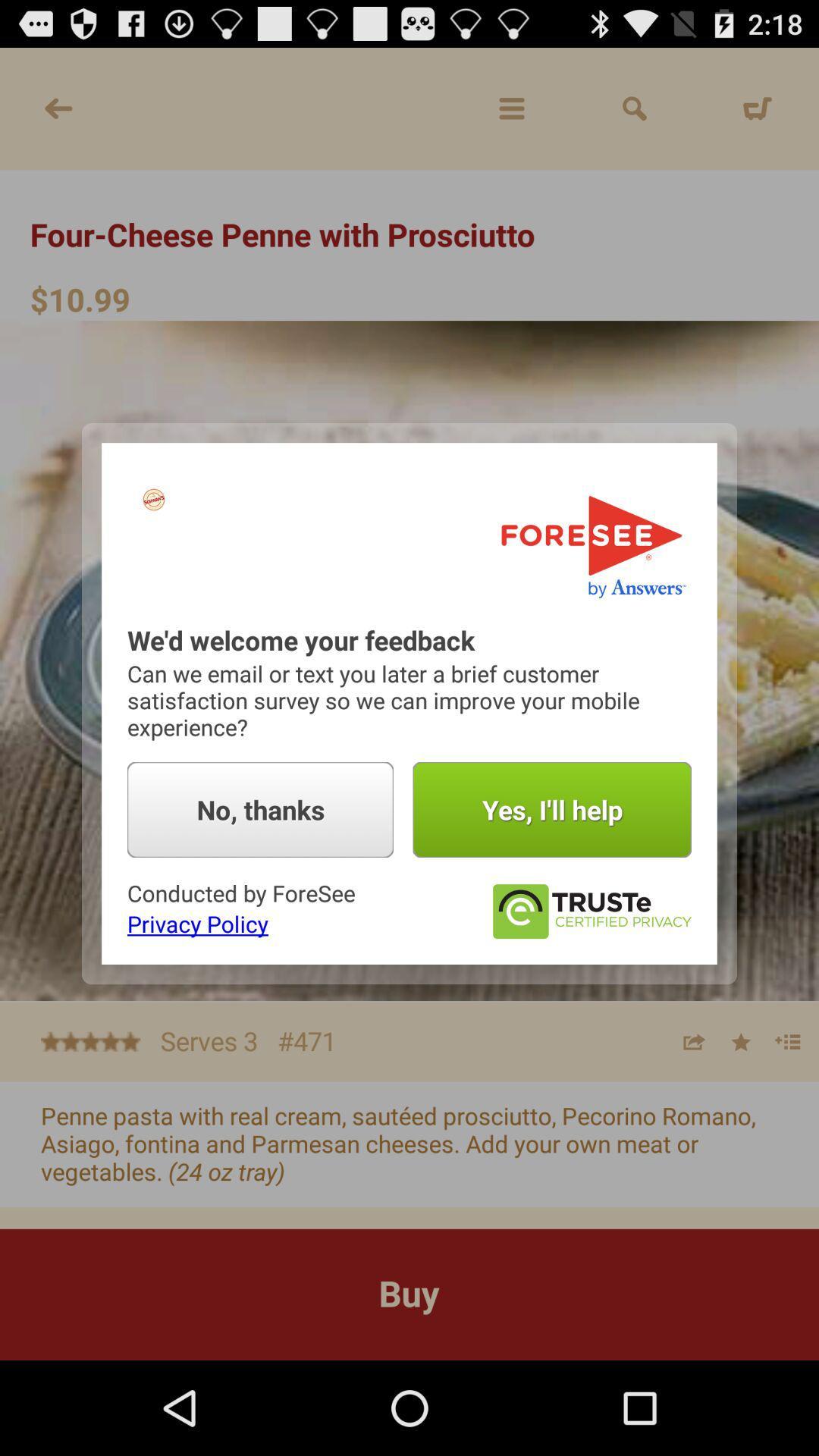 Image resolution: width=819 pixels, height=1456 pixels. I want to click on it certifies to me thats its trusted quality, so click(590, 911).